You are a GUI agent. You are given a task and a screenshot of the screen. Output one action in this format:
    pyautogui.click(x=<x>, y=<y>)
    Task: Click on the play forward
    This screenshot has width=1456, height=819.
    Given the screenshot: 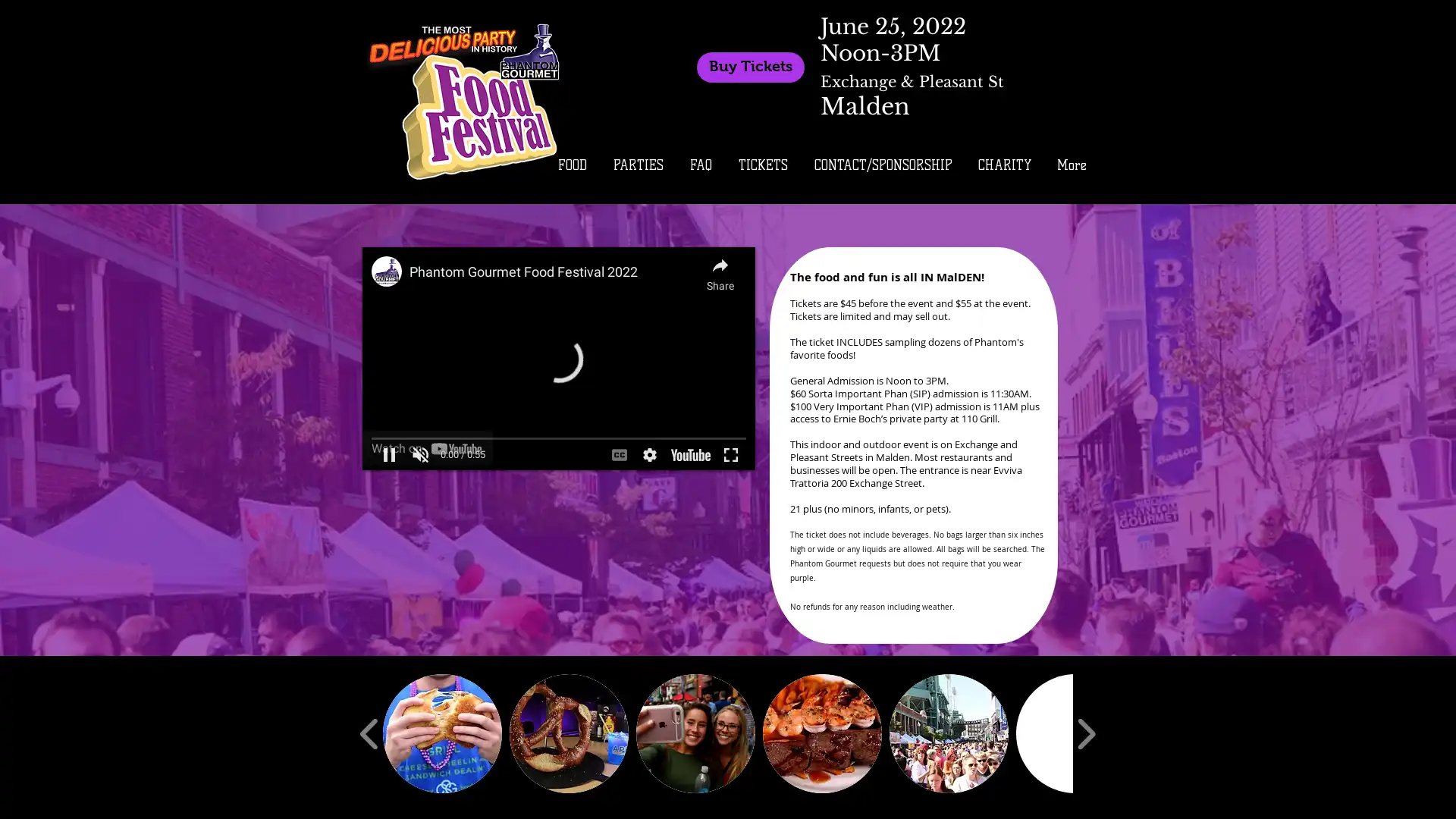 What is the action you would take?
    pyautogui.click(x=1085, y=733)
    